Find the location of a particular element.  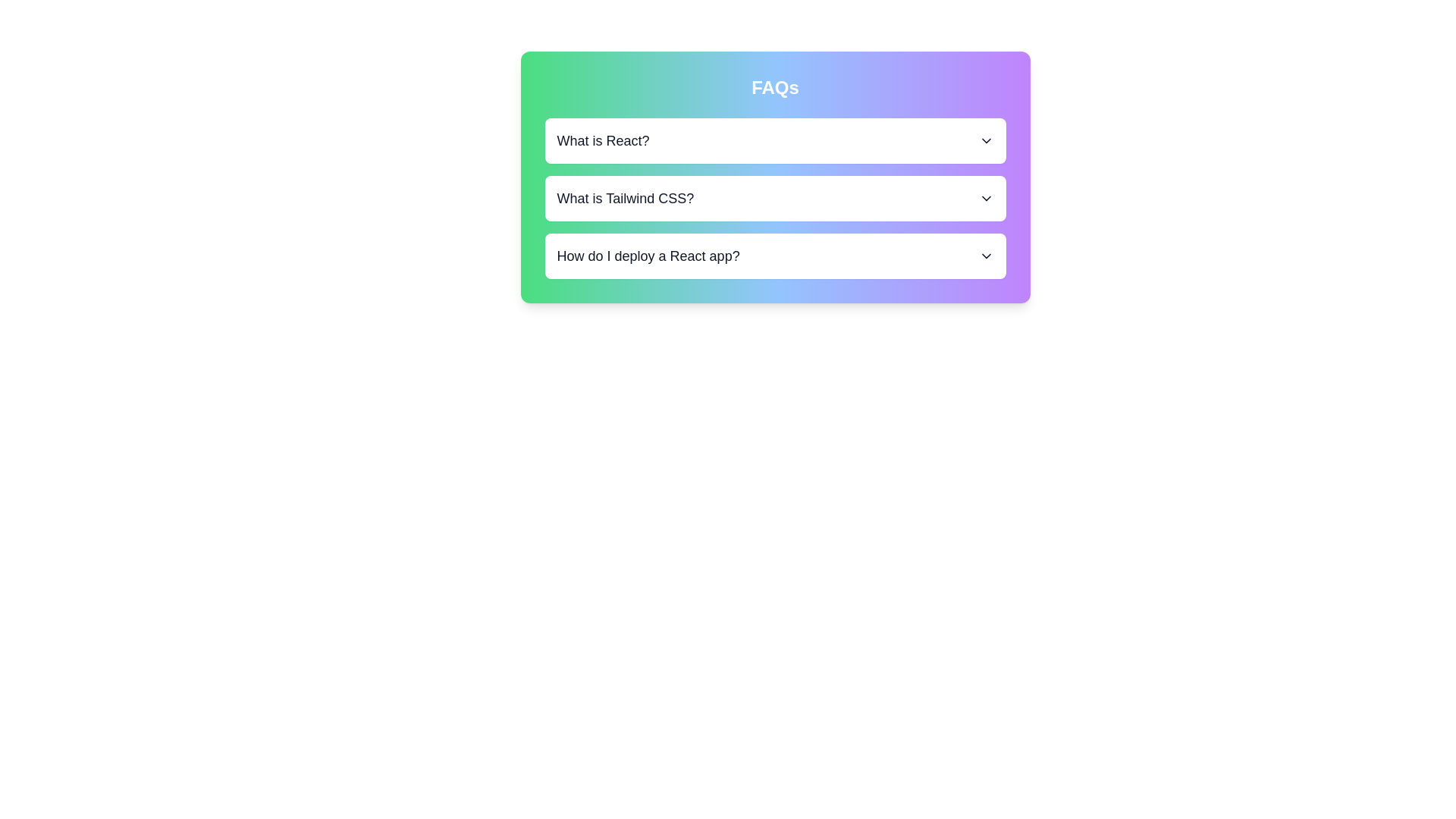

the question header text is located at coordinates (602, 140).